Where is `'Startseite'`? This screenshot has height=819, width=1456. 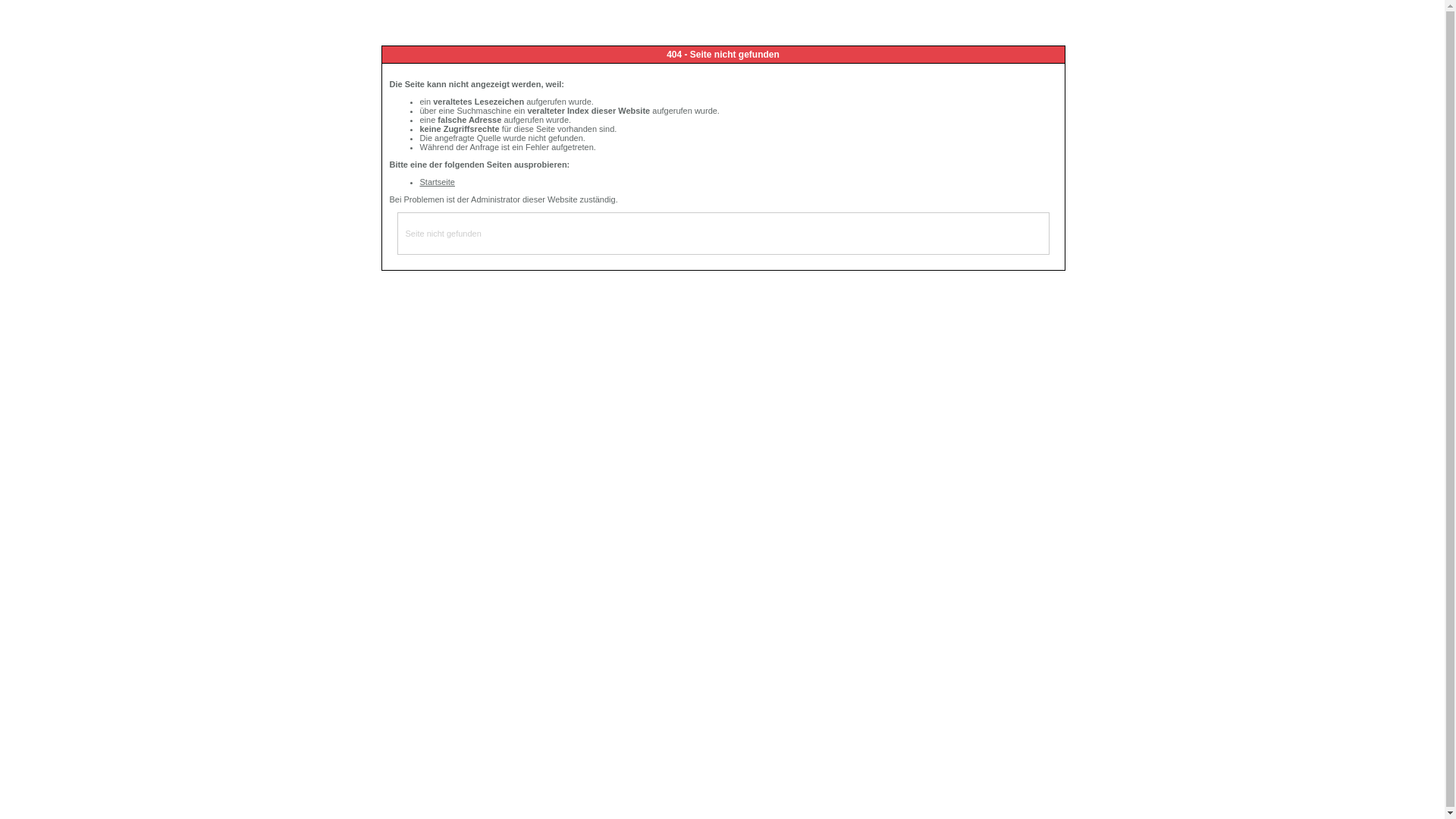
'Startseite' is located at coordinates (436, 180).